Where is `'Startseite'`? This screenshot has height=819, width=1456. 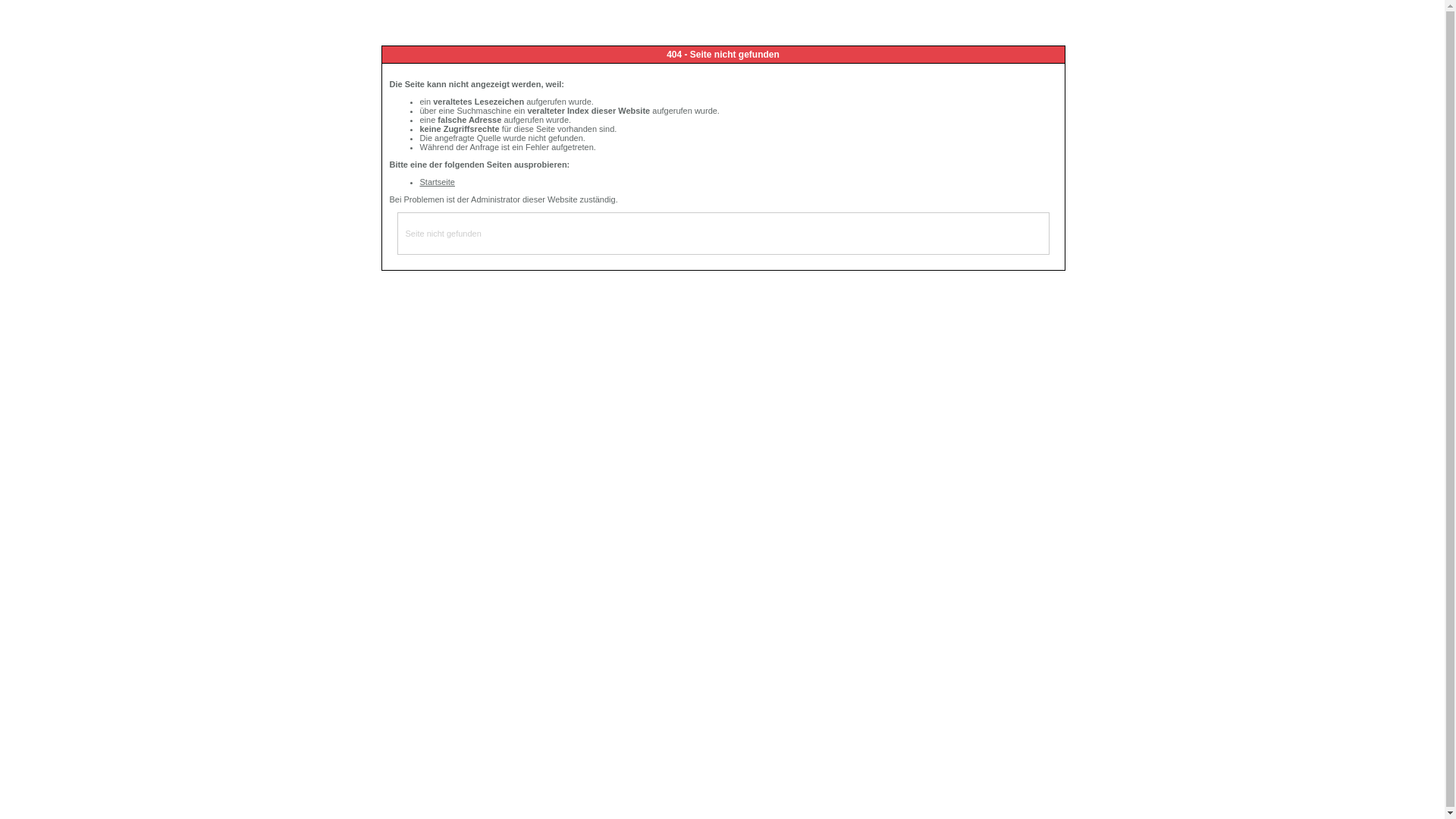
'Startseite' is located at coordinates (436, 180).